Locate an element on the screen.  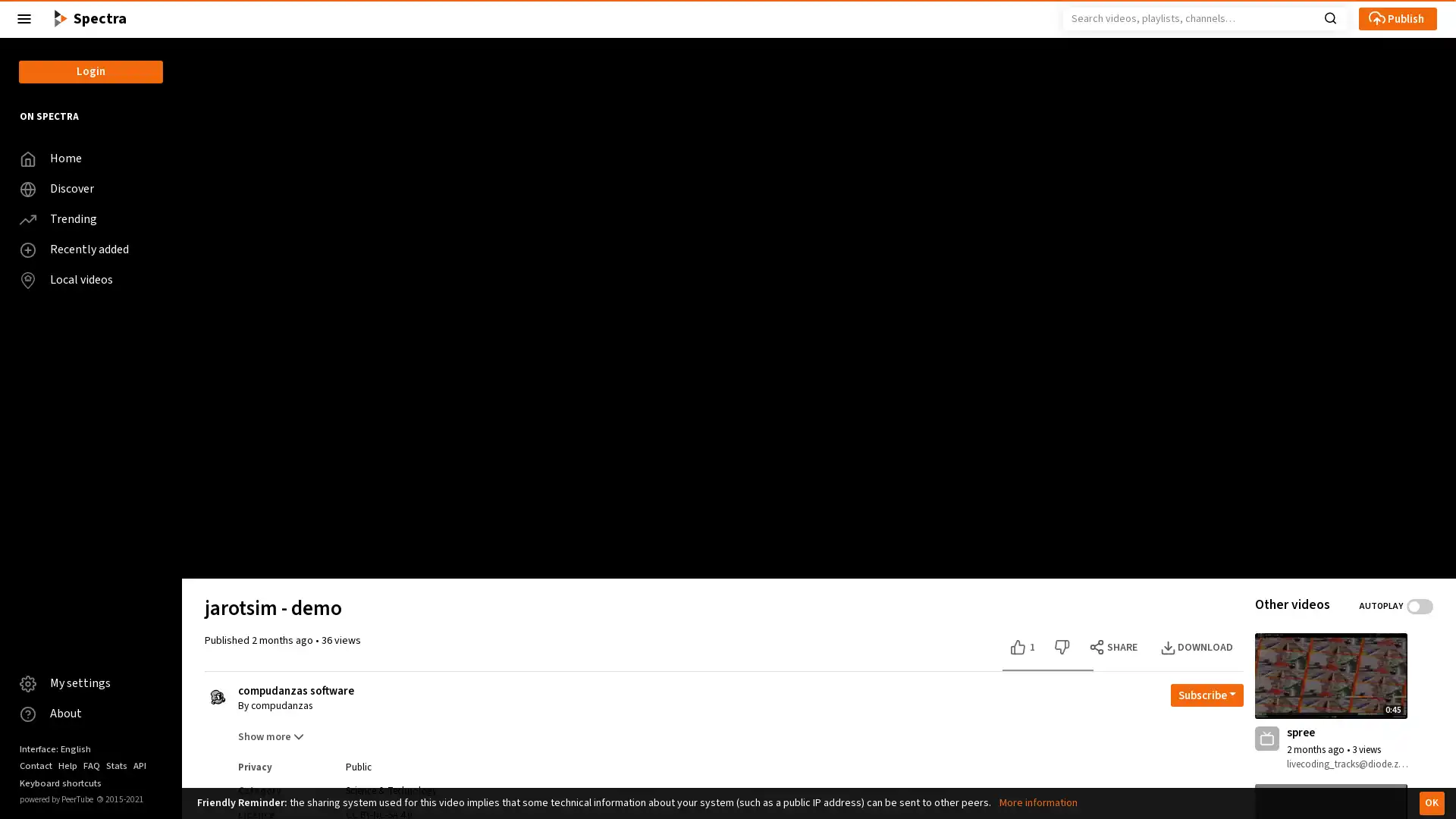
Dislike this video is located at coordinates (1061, 647).